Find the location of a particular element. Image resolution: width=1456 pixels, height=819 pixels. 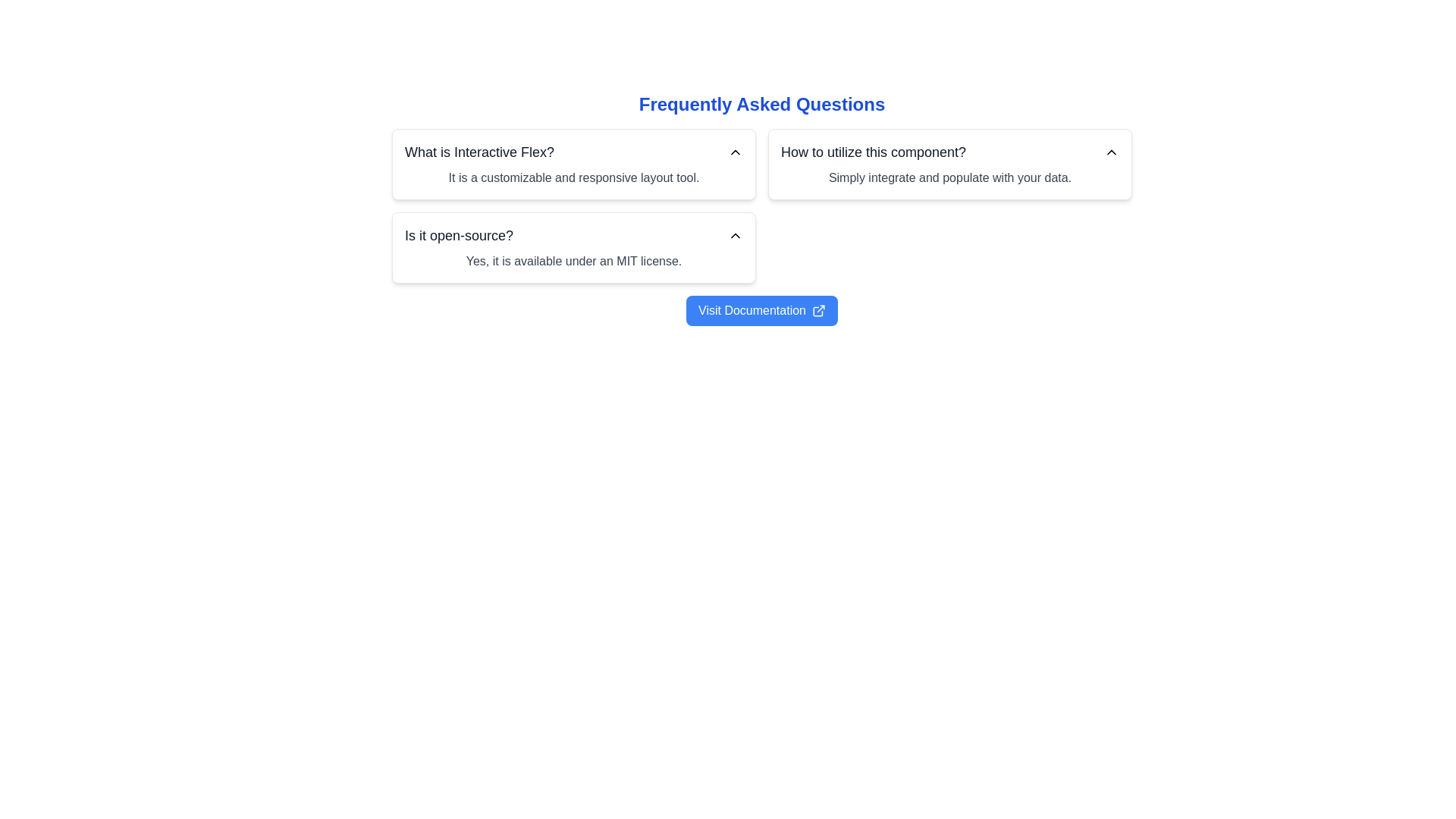

the Information card titled 'How to utilize this component?' located in the upper-right section of the FAQ grid, which is the second card in the grid is located at coordinates (949, 164).